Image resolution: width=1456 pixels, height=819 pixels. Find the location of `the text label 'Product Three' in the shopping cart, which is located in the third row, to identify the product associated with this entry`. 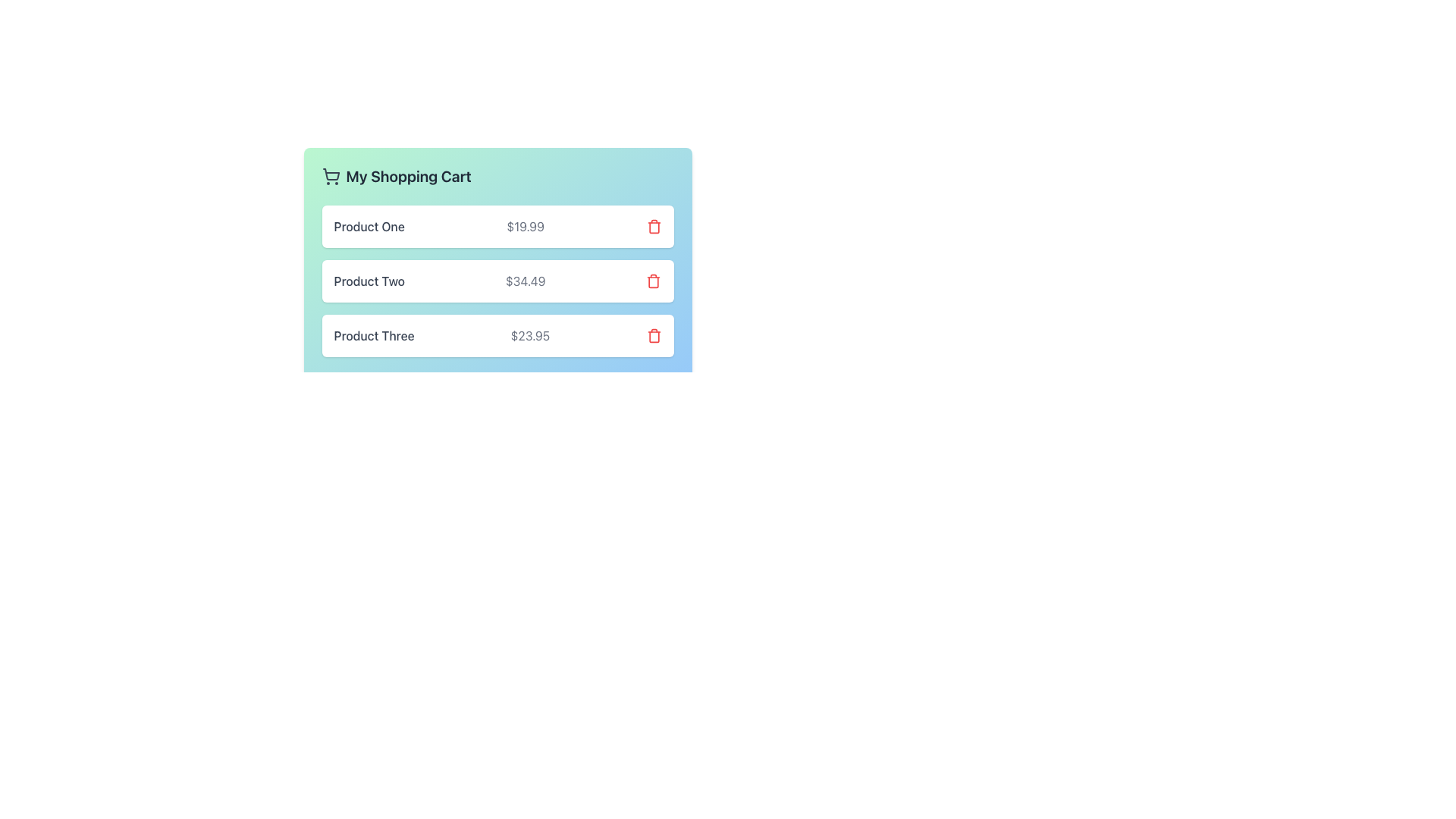

the text label 'Product Three' in the shopping cart, which is located in the third row, to identify the product associated with this entry is located at coordinates (374, 335).